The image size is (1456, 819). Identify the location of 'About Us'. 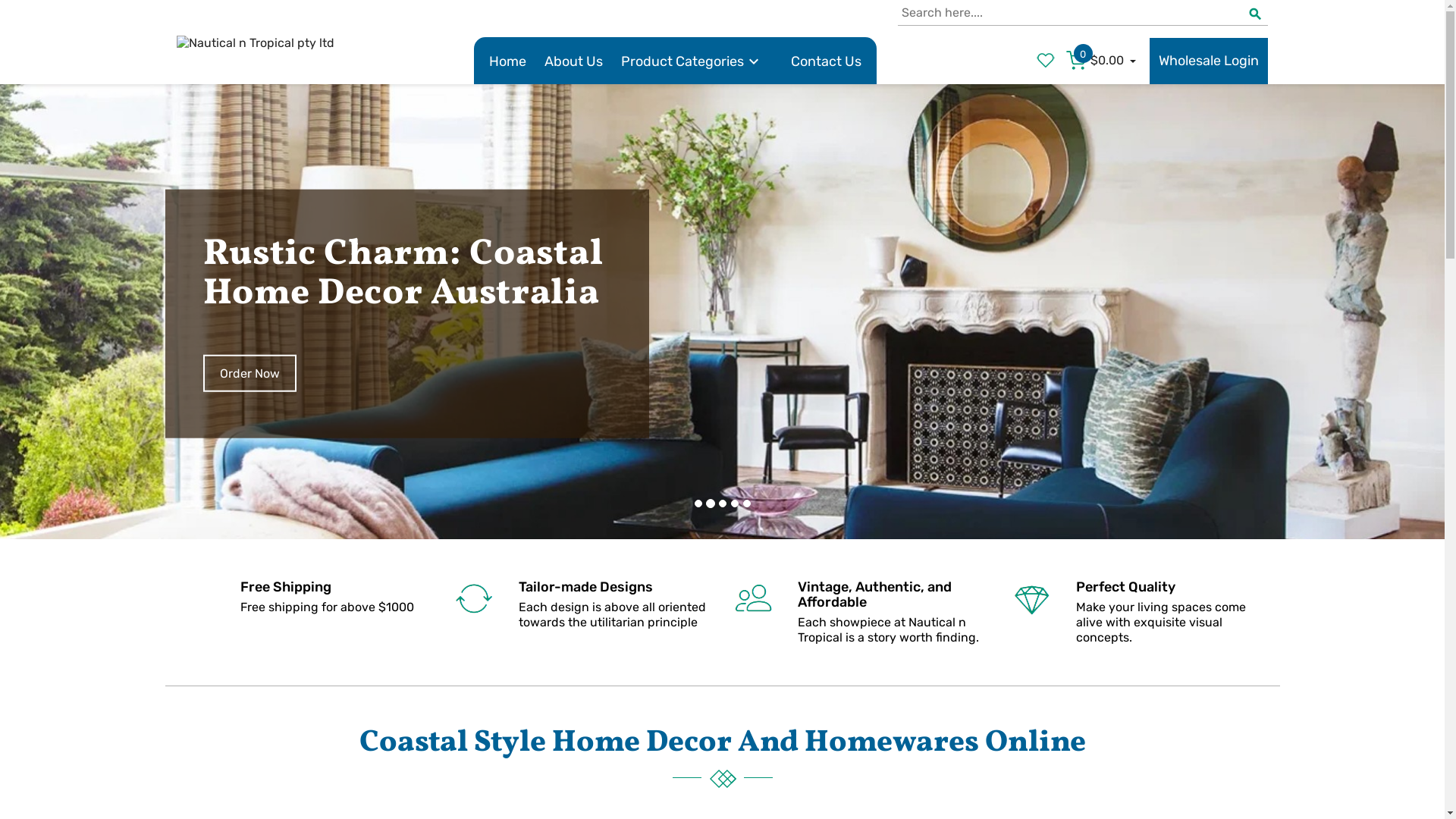
(573, 61).